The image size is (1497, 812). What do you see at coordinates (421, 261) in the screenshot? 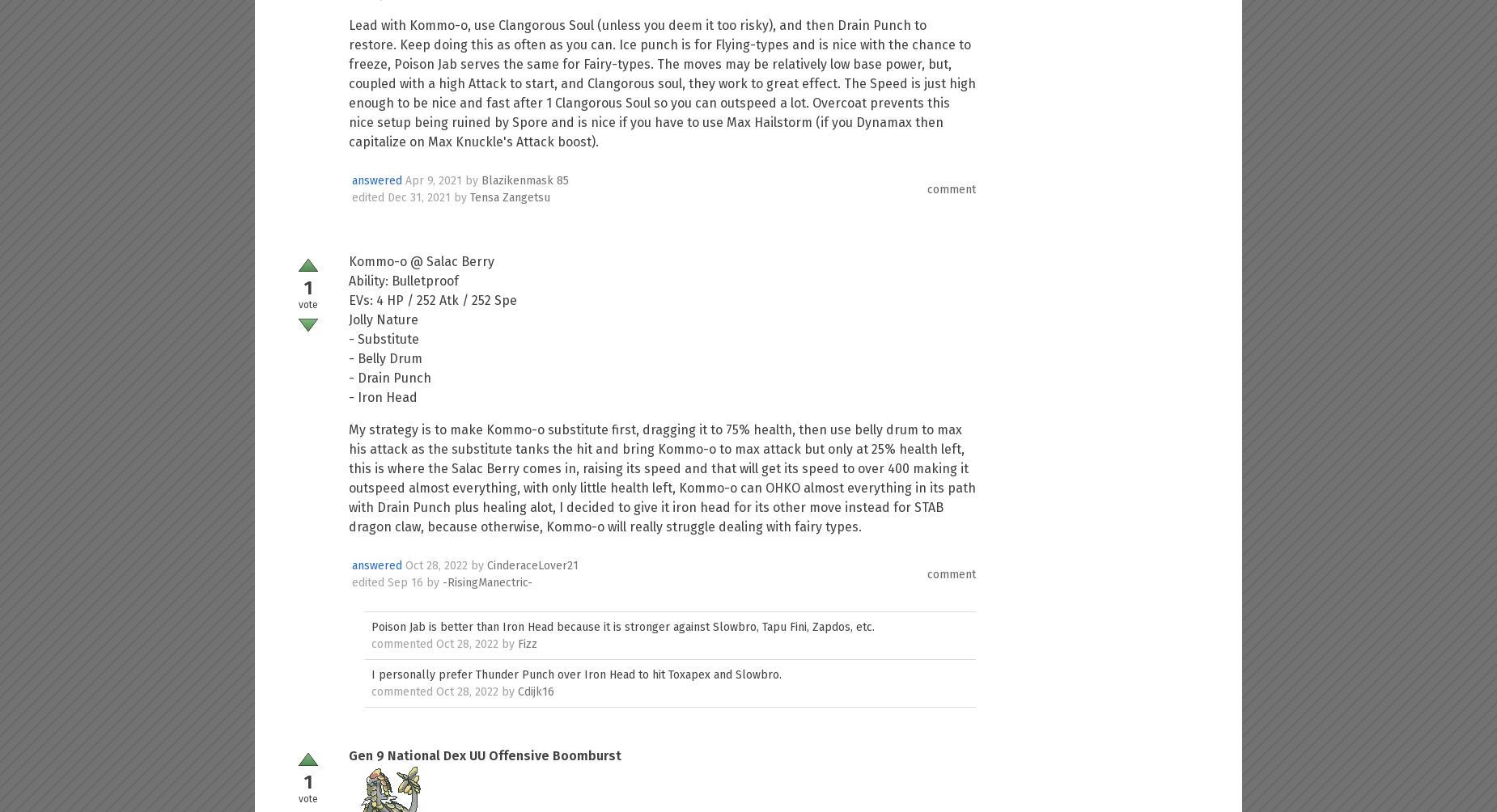
I see `'Kommo-o @ Salac Berry'` at bounding box center [421, 261].